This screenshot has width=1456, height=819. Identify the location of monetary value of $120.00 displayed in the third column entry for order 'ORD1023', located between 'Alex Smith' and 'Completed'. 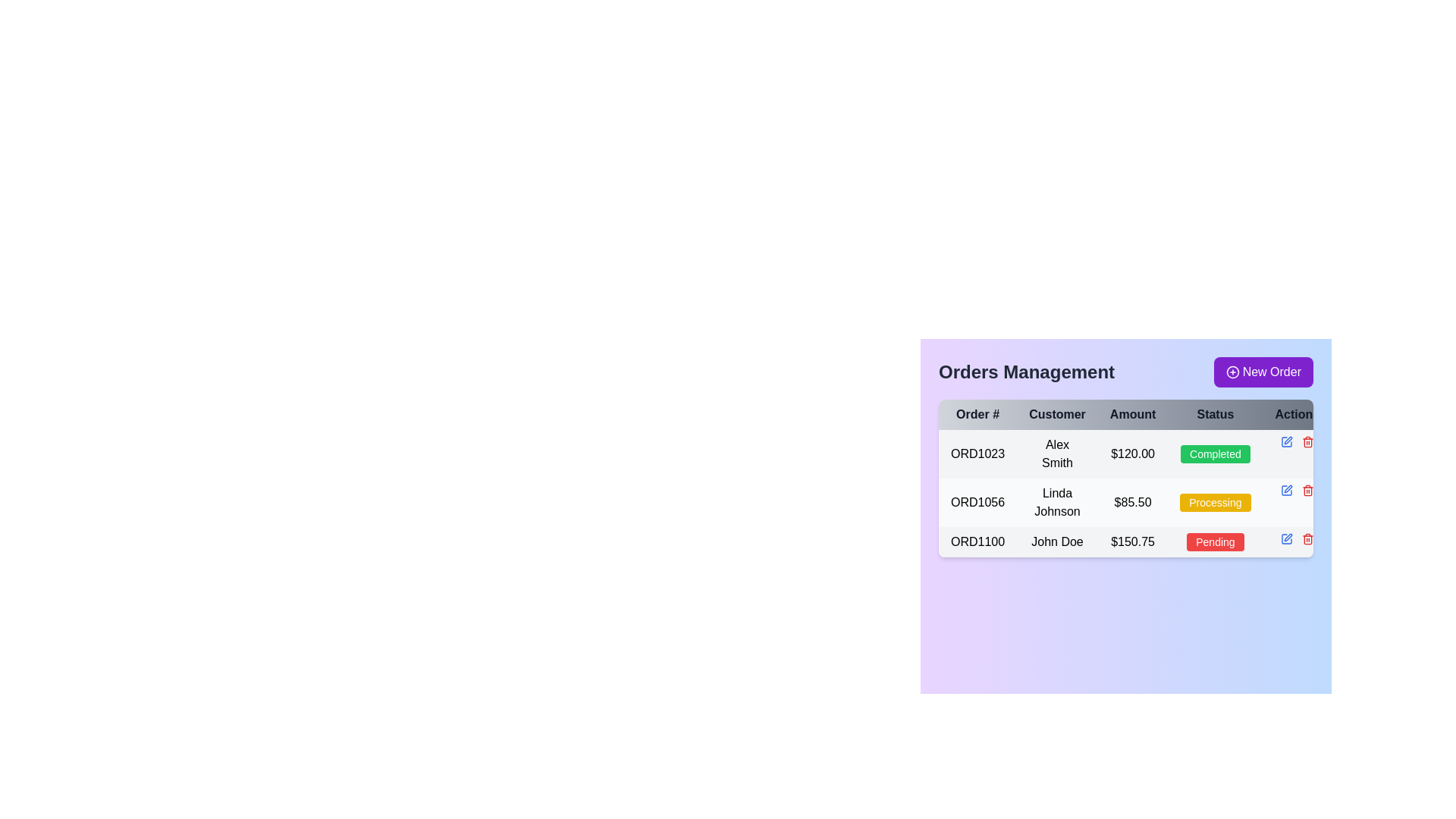
(1133, 453).